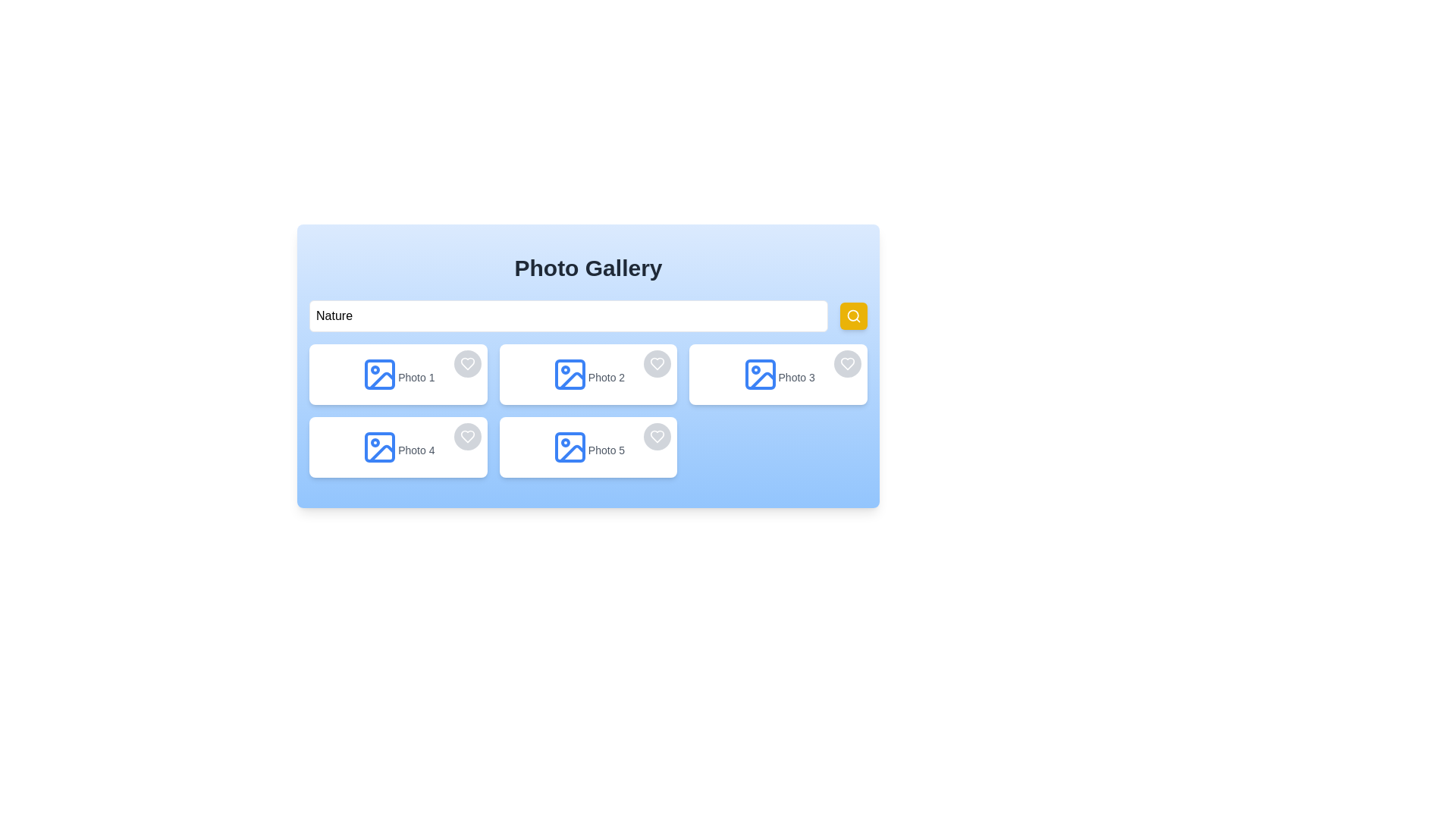 The width and height of the screenshot is (1456, 819). Describe the element at coordinates (569, 447) in the screenshot. I see `the blue line-drawn photo icon within the white card labeled 'Photo 5', located in the bottom row, second column of the grid layout` at that location.